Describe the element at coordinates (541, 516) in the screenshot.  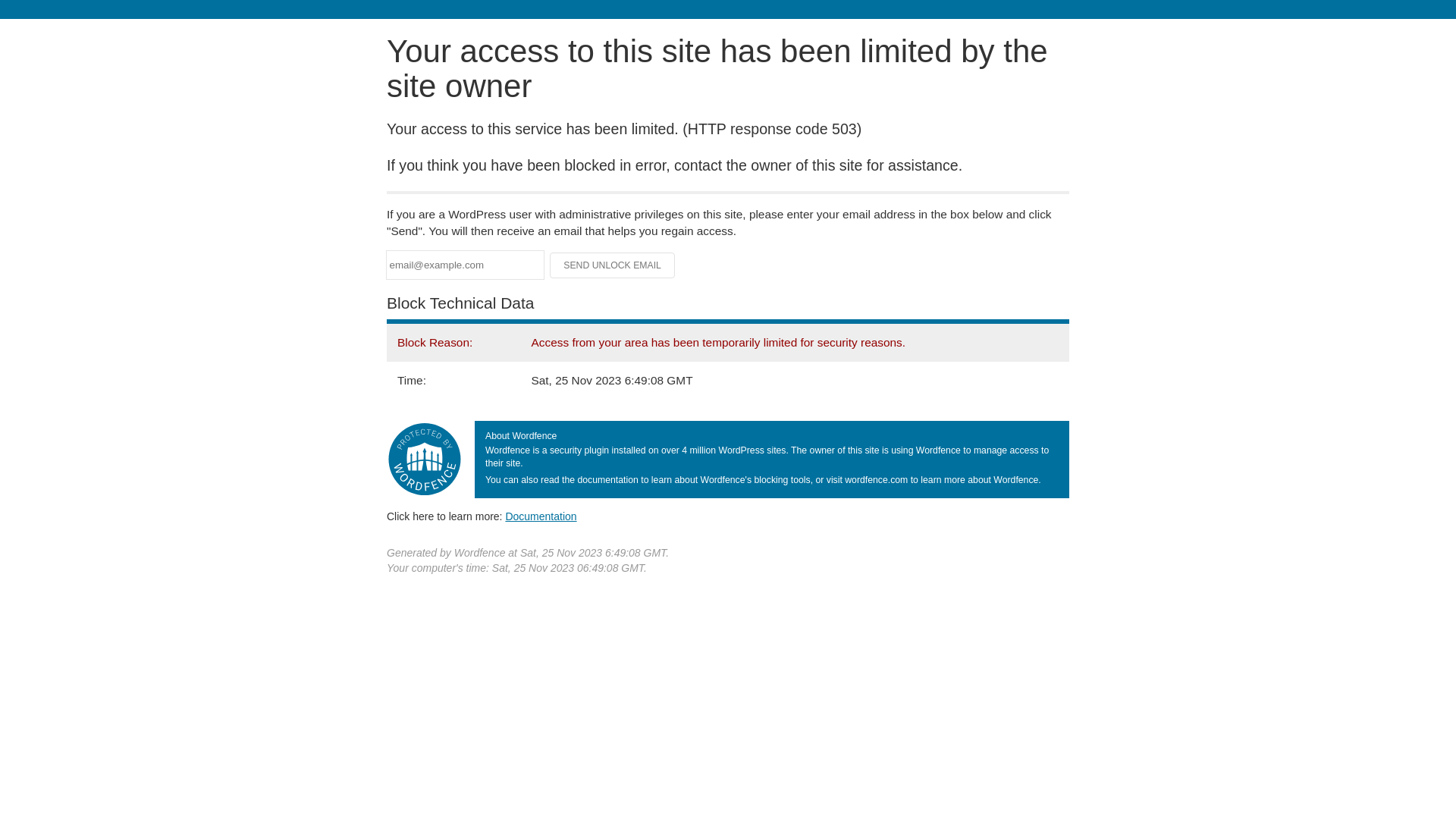
I see `'Documentation'` at that location.